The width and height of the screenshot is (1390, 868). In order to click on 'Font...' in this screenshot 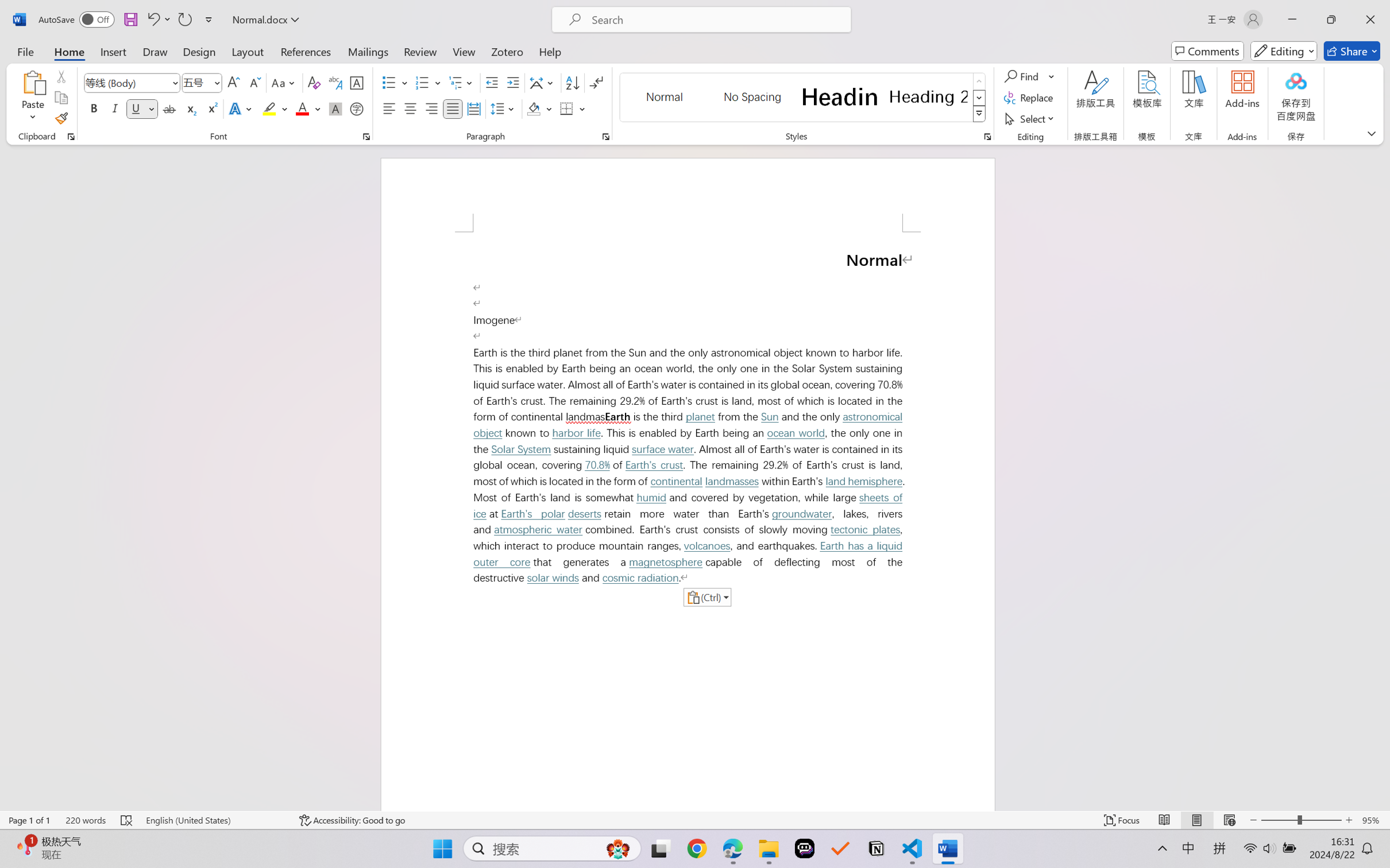, I will do `click(366, 136)`.